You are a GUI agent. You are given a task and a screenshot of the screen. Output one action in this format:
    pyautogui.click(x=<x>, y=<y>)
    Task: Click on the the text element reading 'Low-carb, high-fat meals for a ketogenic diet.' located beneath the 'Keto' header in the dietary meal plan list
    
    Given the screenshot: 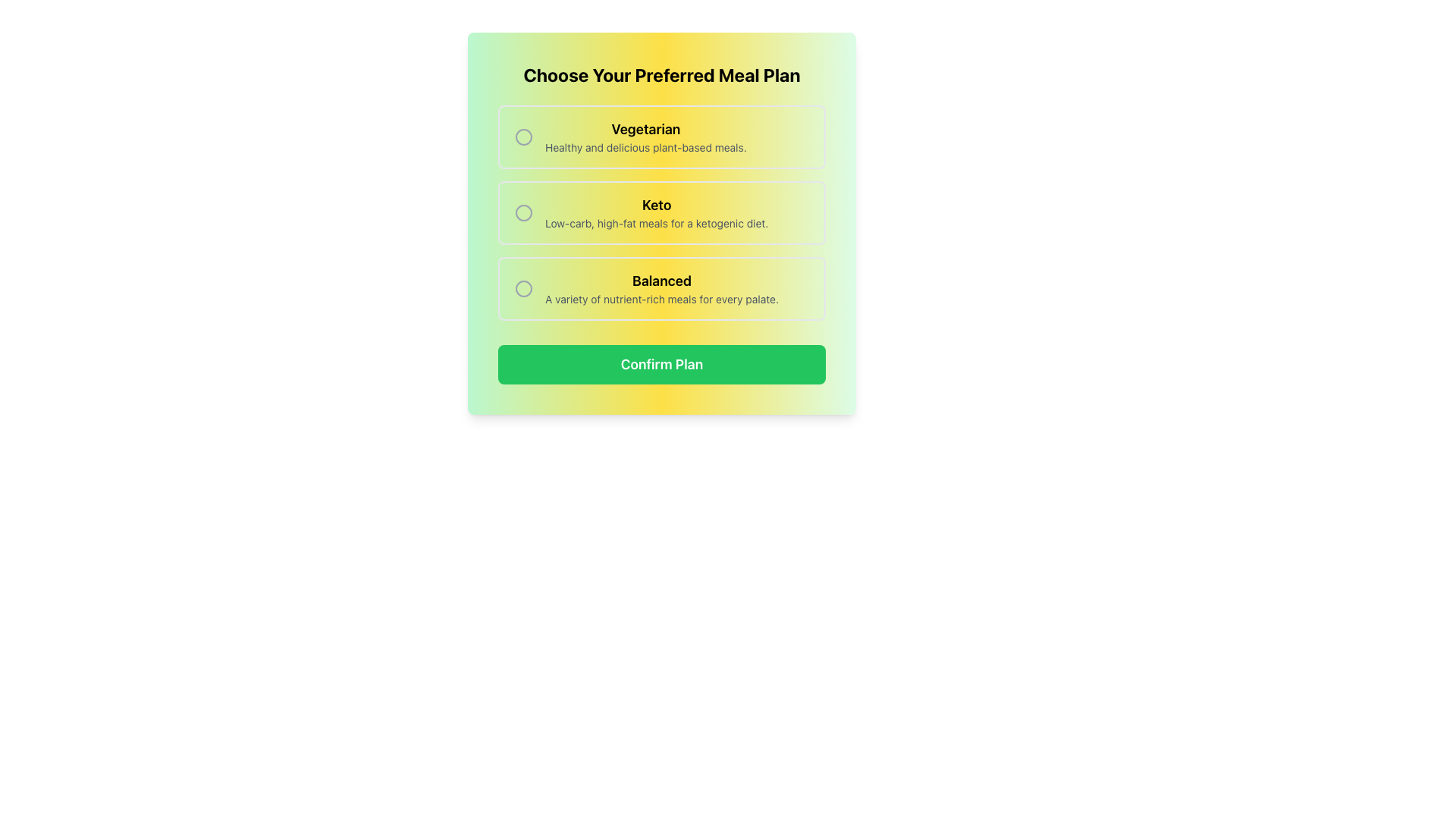 What is the action you would take?
    pyautogui.click(x=657, y=223)
    